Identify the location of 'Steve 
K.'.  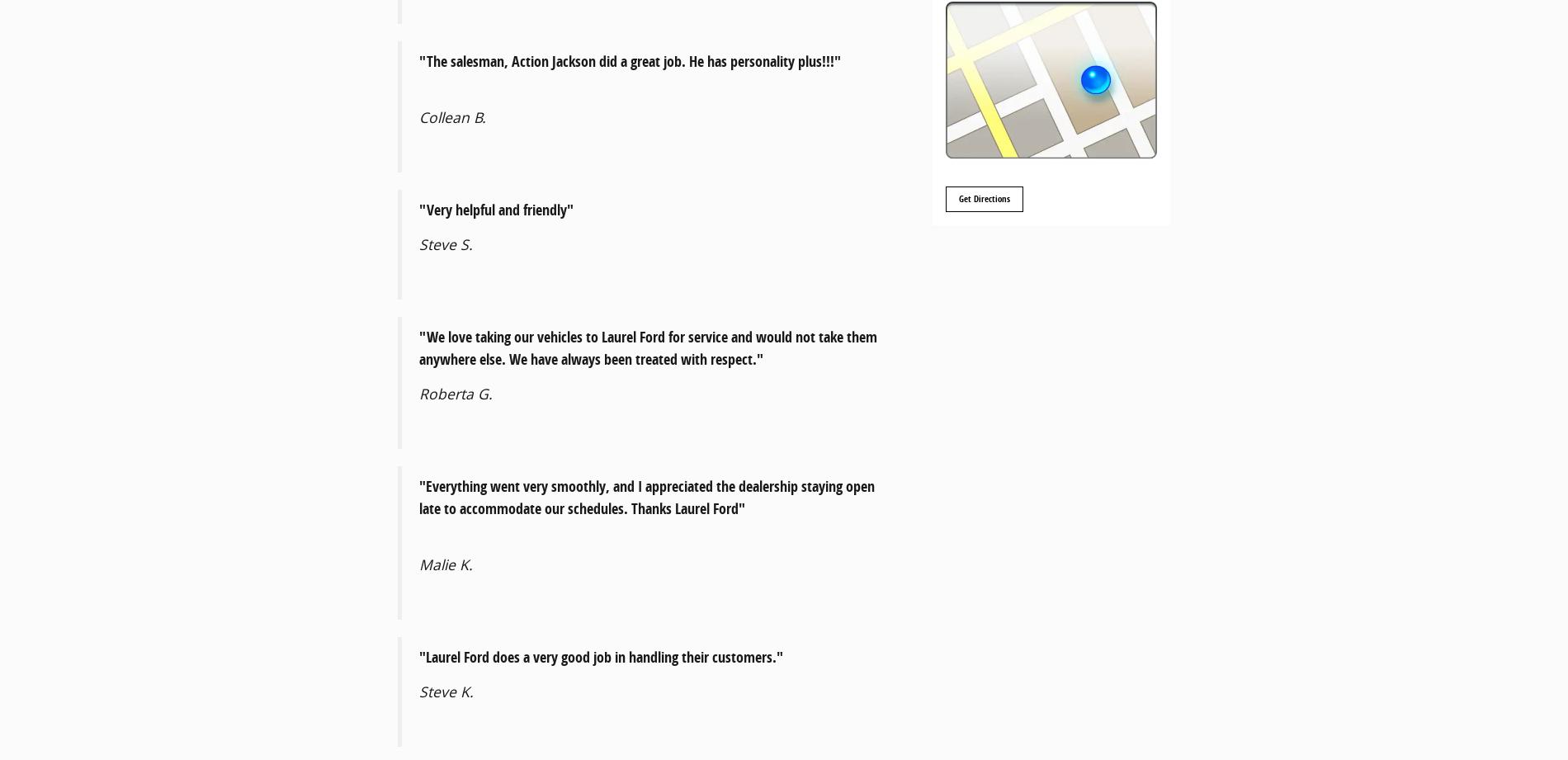
(446, 691).